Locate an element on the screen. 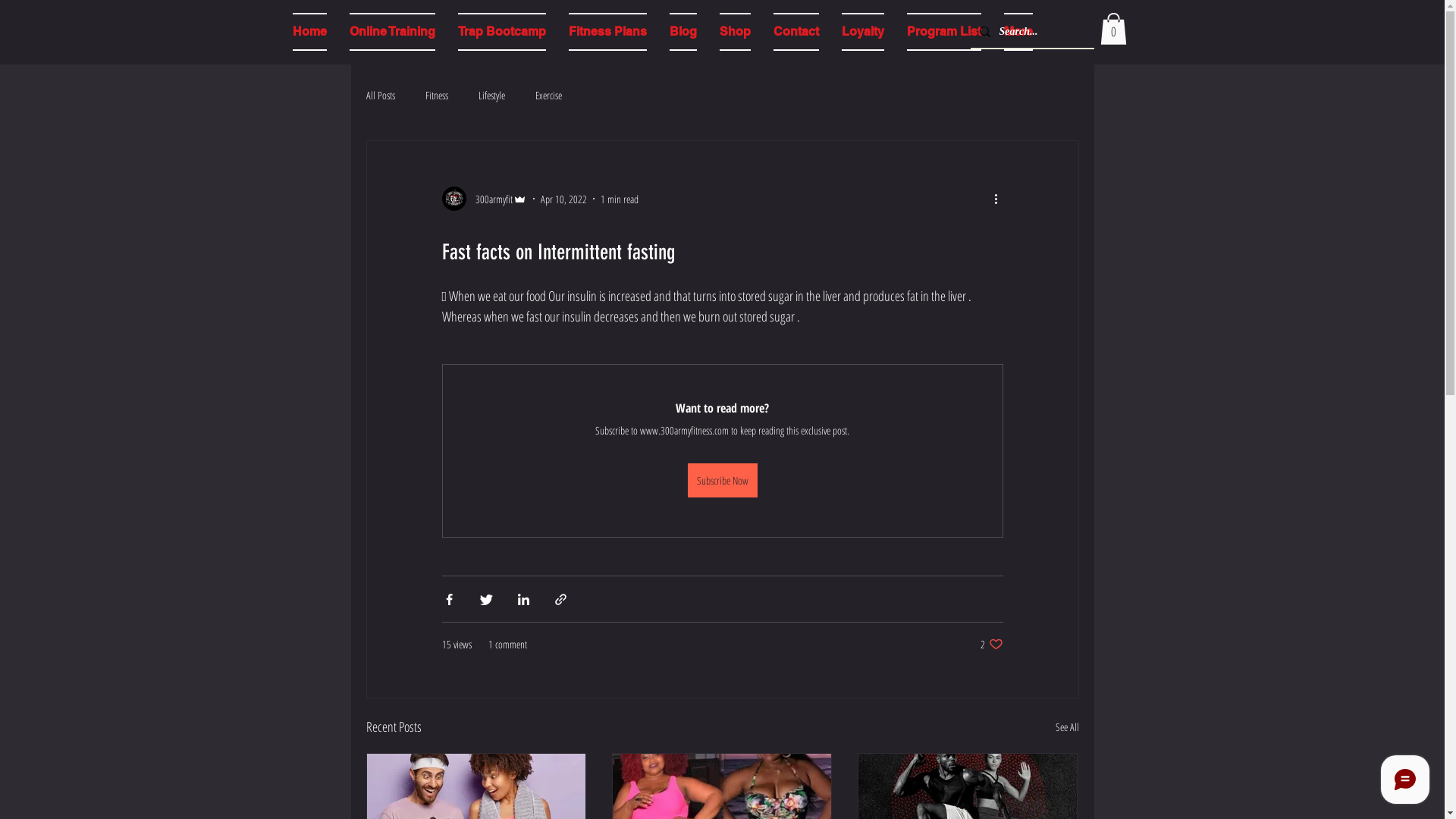 Image resolution: width=1456 pixels, height=819 pixels. 'Shop' is located at coordinates (708, 32).